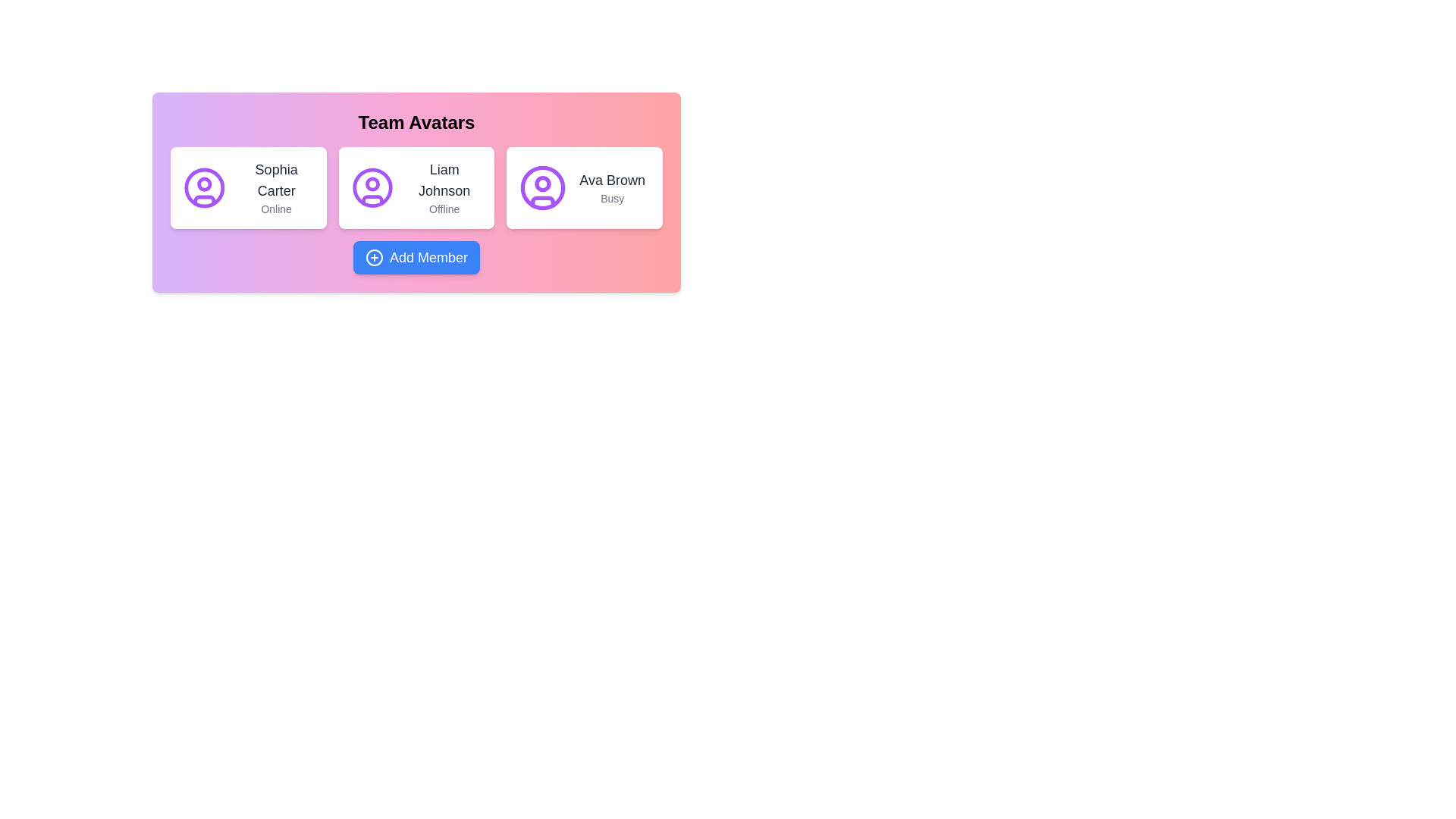  Describe the element at coordinates (203, 187) in the screenshot. I see `the SVG user avatar icon styled with a purple circular outline located in the top-left corner of the 'Team Avatars' group` at that location.